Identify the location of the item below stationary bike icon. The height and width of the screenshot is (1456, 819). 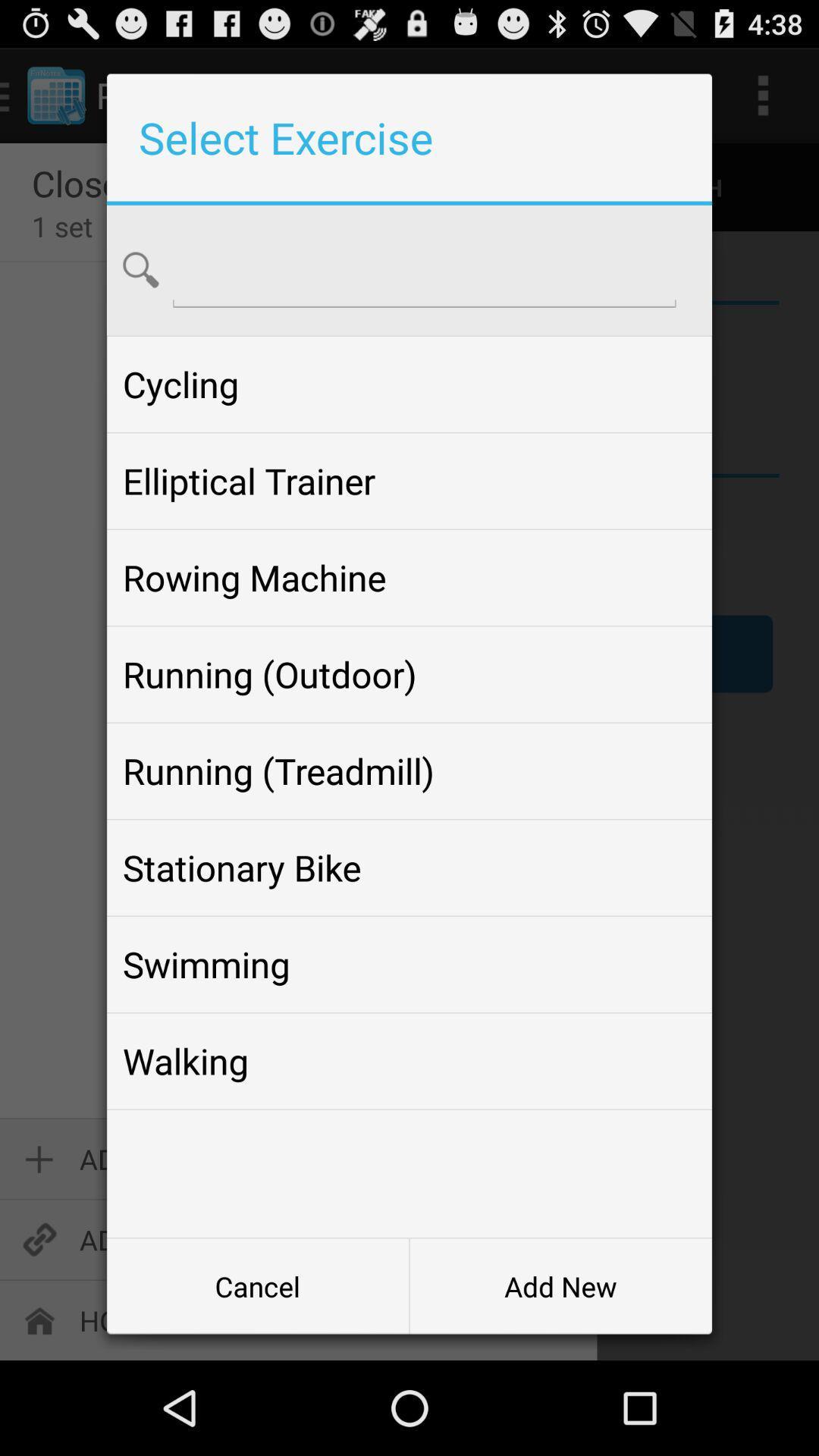
(409, 964).